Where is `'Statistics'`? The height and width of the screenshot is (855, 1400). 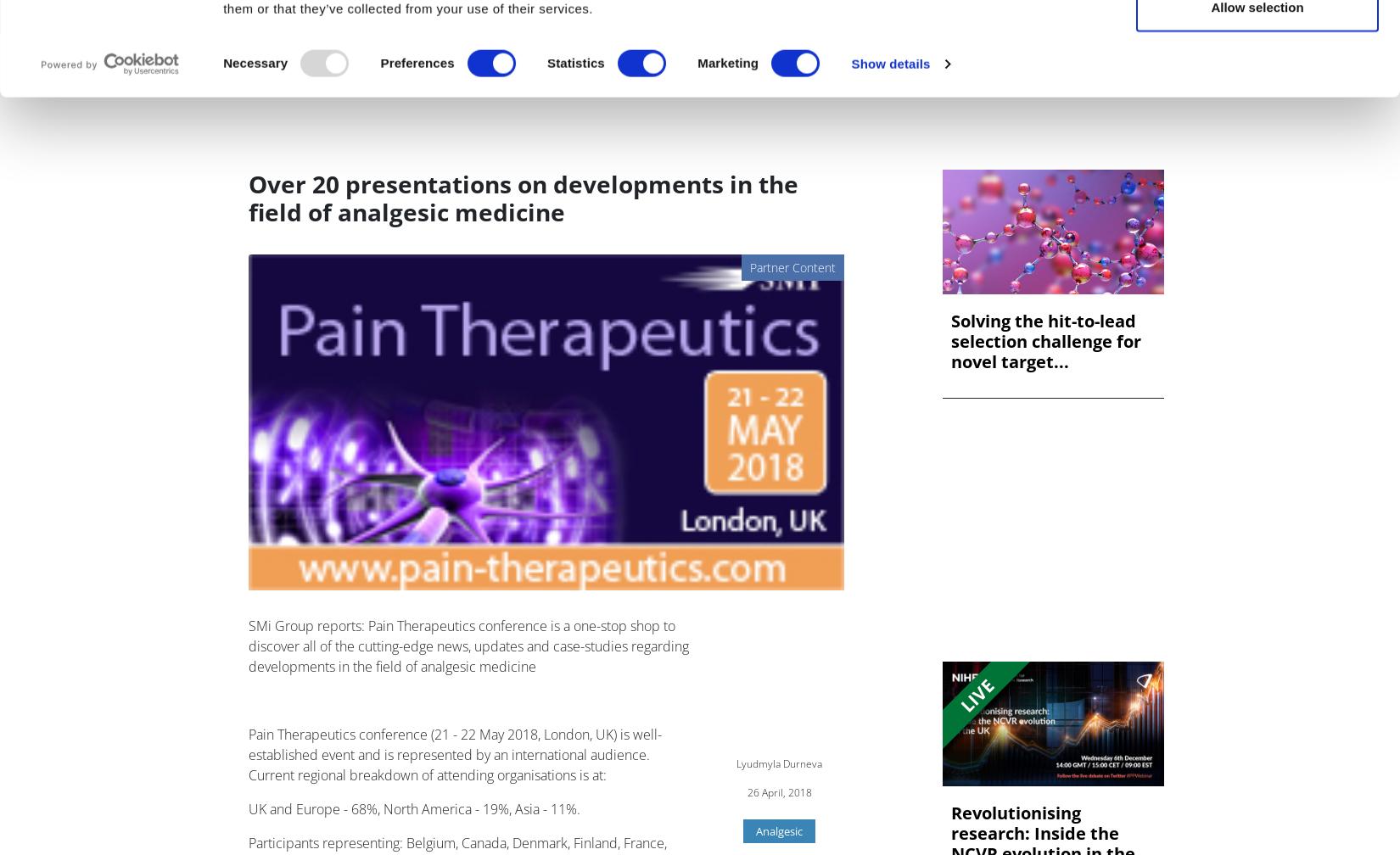
'Statistics' is located at coordinates (574, 155).